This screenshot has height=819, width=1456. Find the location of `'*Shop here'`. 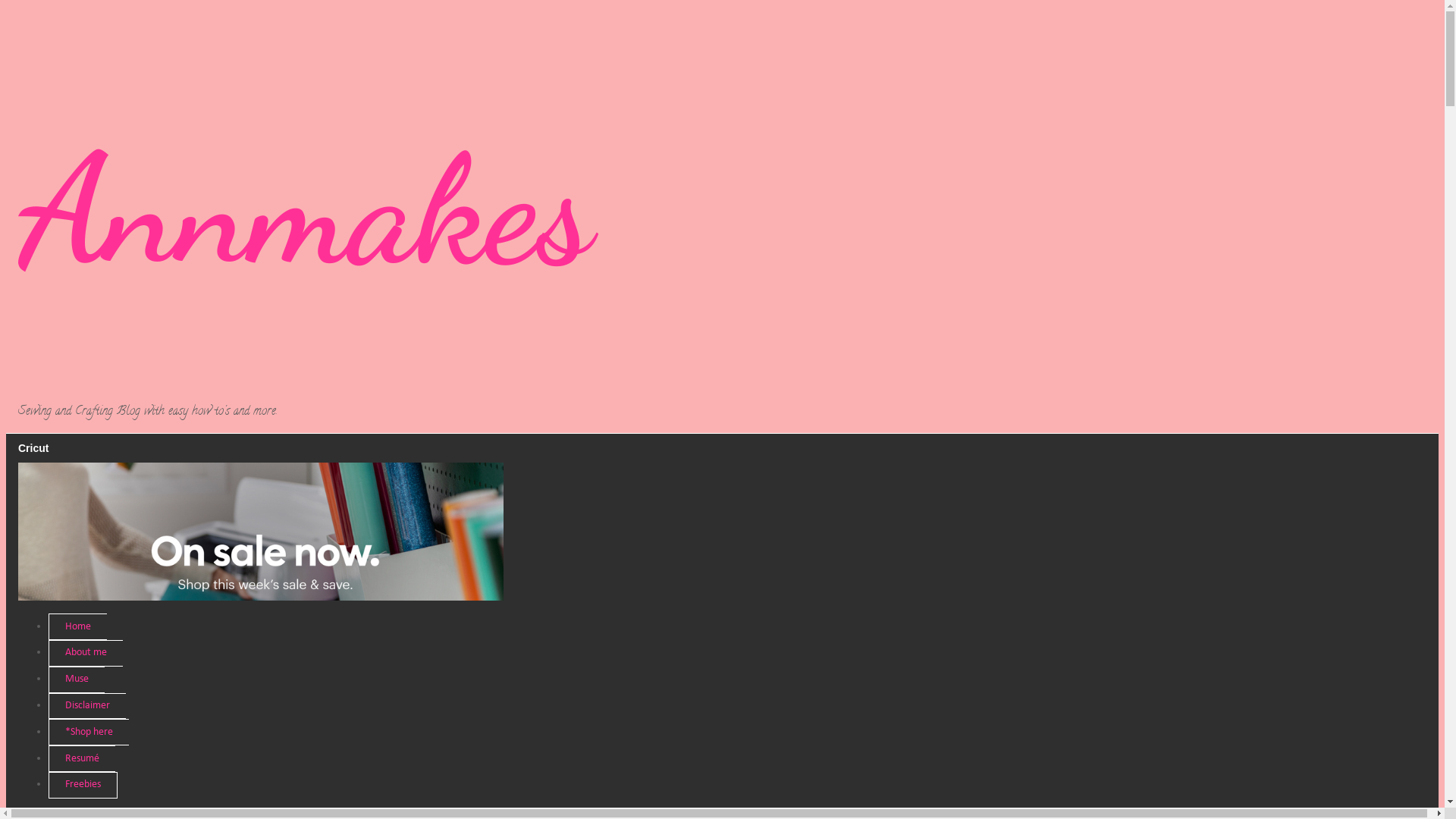

'*Shop here' is located at coordinates (87, 731).